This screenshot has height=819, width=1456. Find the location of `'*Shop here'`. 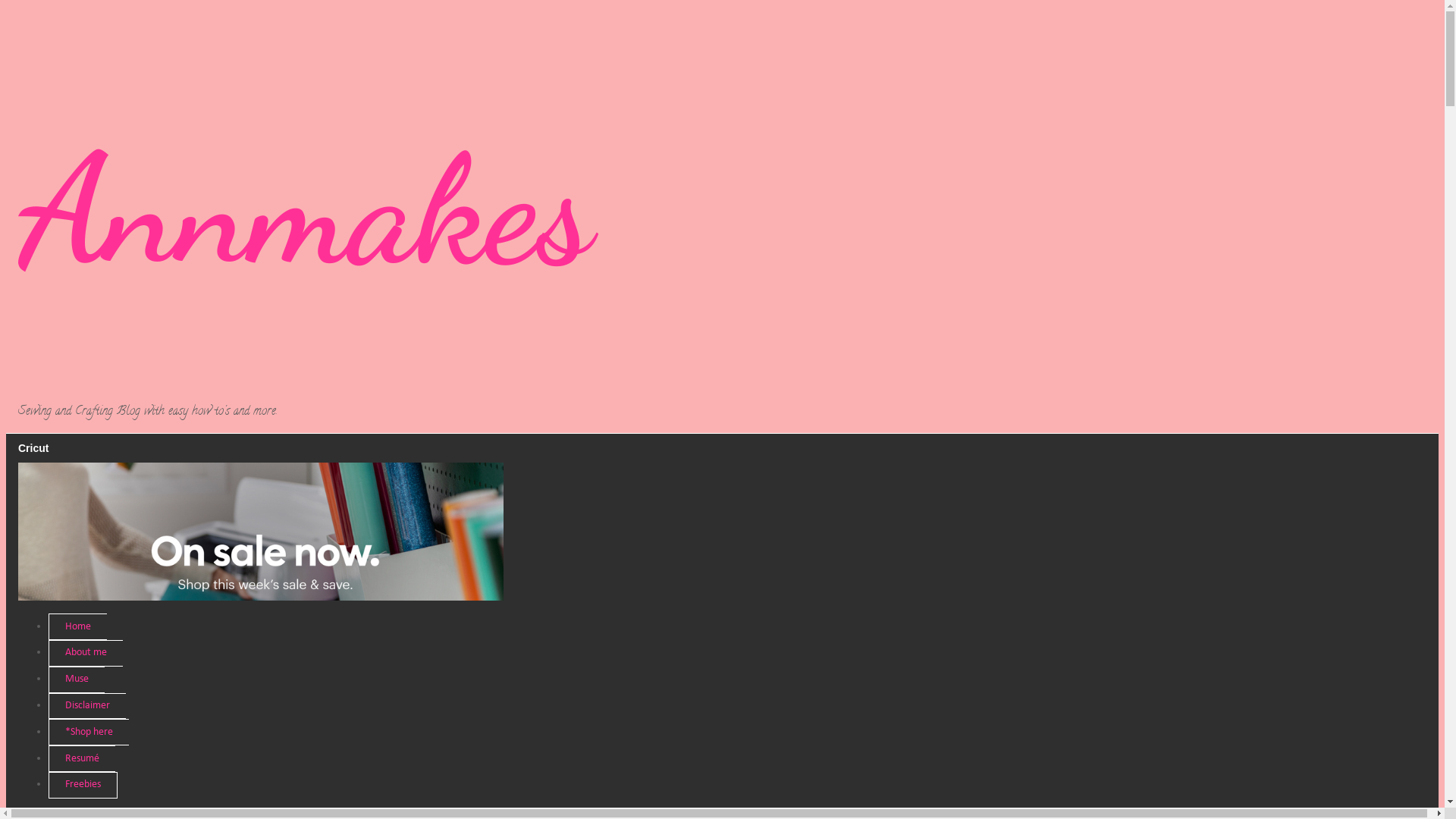

'*Shop here' is located at coordinates (87, 731).